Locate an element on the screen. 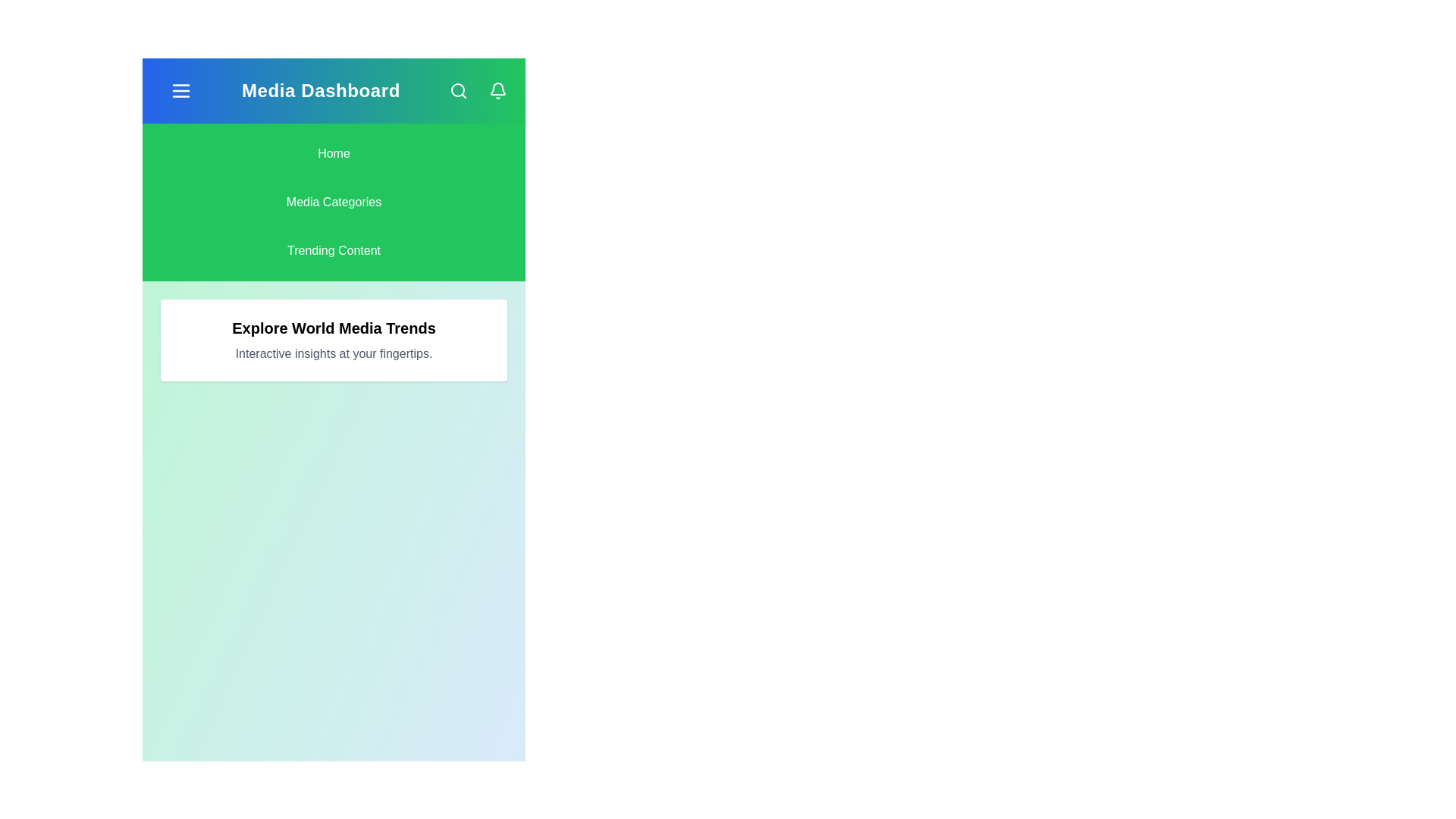  the navigation menu item Media Categories is located at coordinates (333, 201).